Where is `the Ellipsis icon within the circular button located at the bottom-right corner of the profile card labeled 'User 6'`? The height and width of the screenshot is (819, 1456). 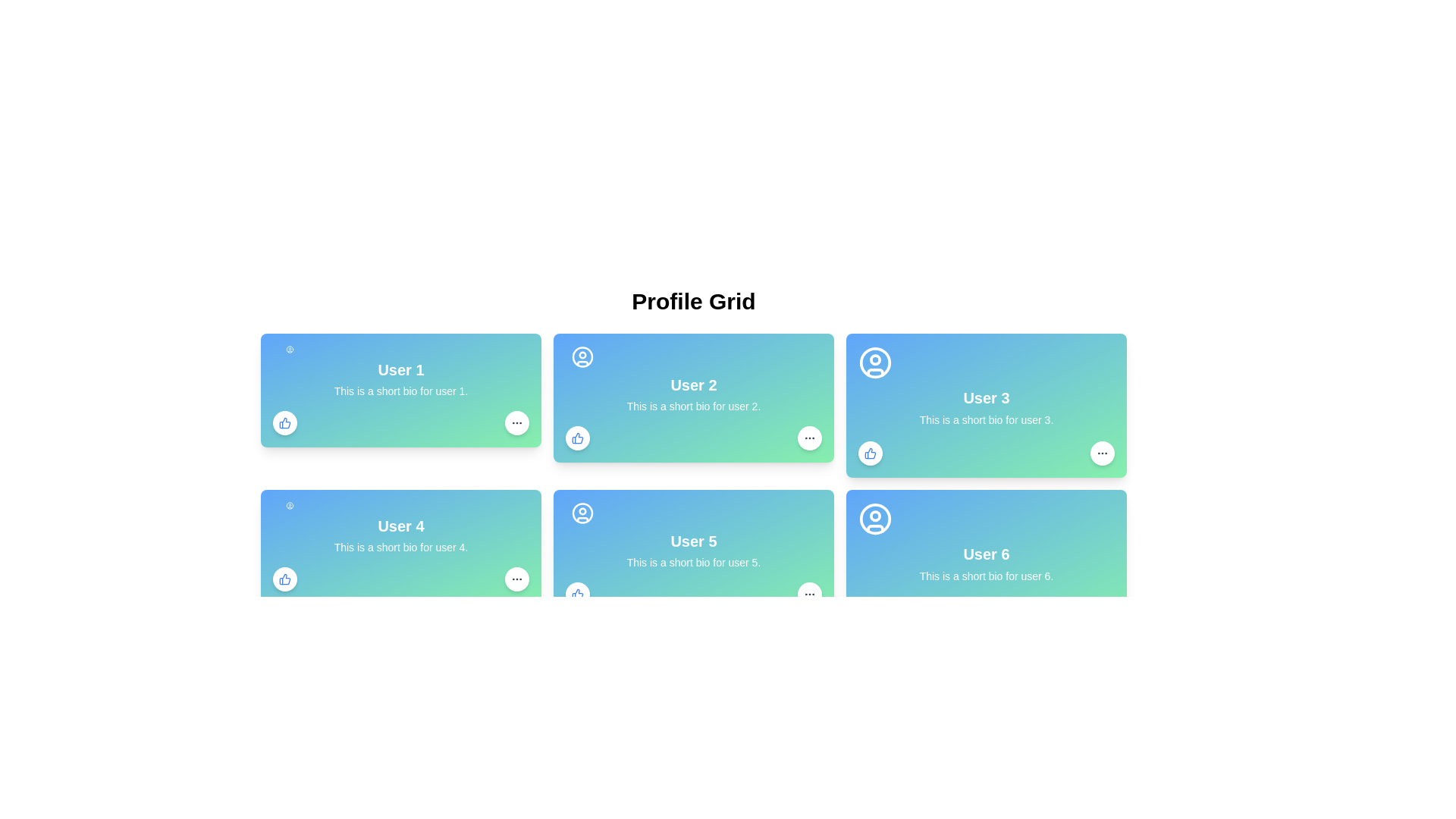 the Ellipsis icon within the circular button located at the bottom-right corner of the profile card labeled 'User 6' is located at coordinates (809, 593).